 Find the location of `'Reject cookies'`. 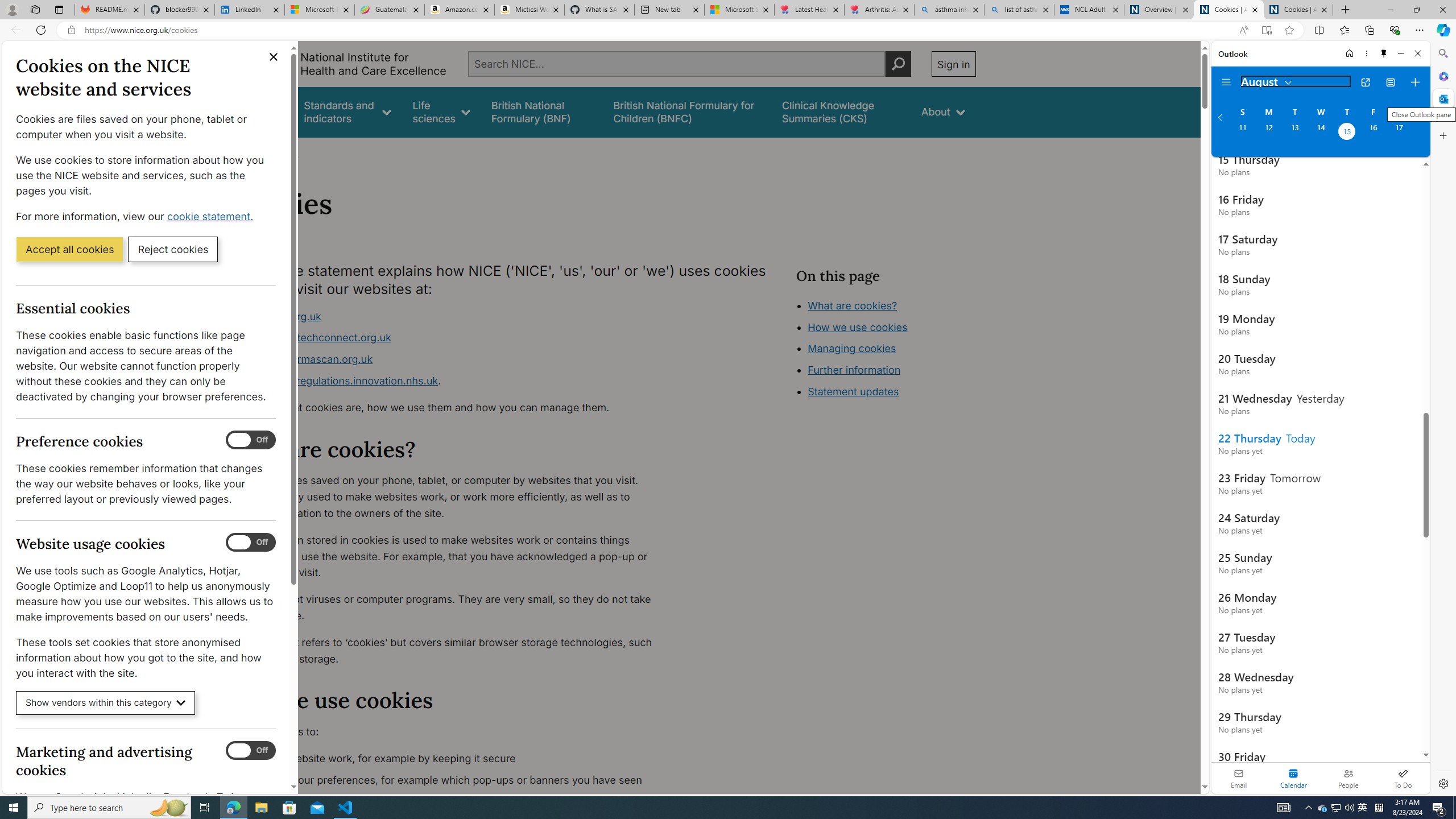

'Reject cookies' is located at coordinates (172, 248).